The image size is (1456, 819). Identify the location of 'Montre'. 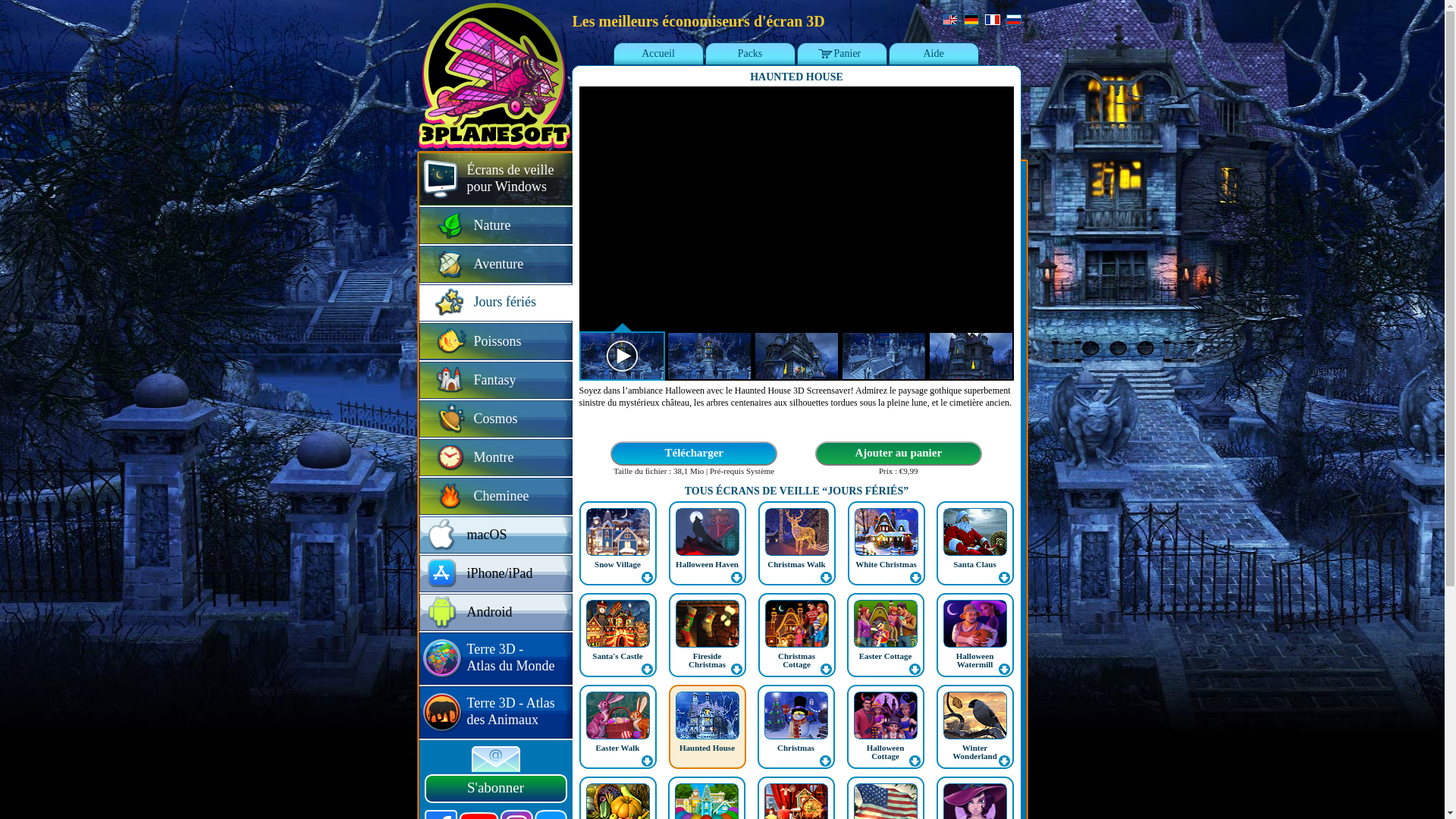
(494, 457).